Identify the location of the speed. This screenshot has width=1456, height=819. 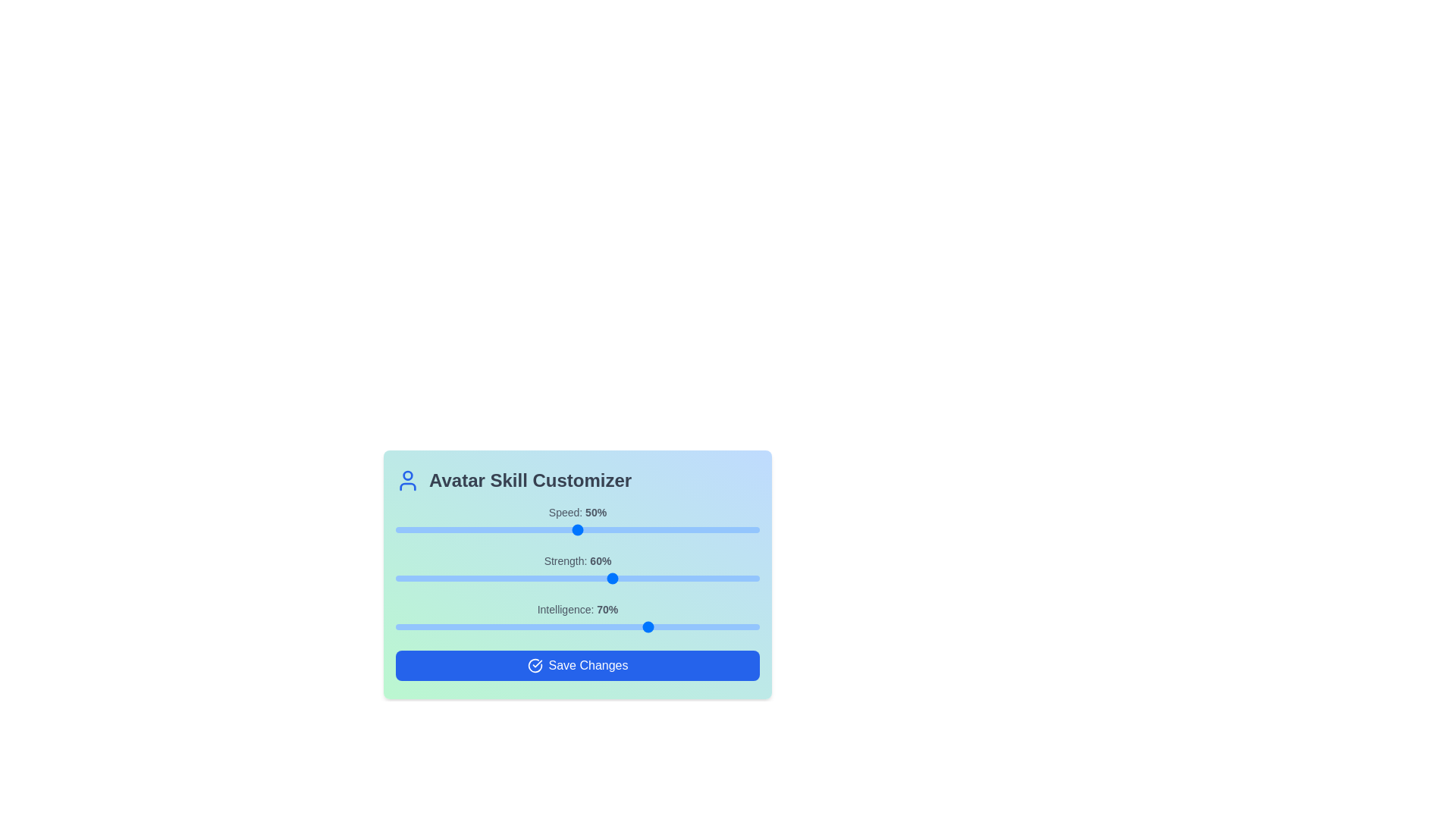
(635, 529).